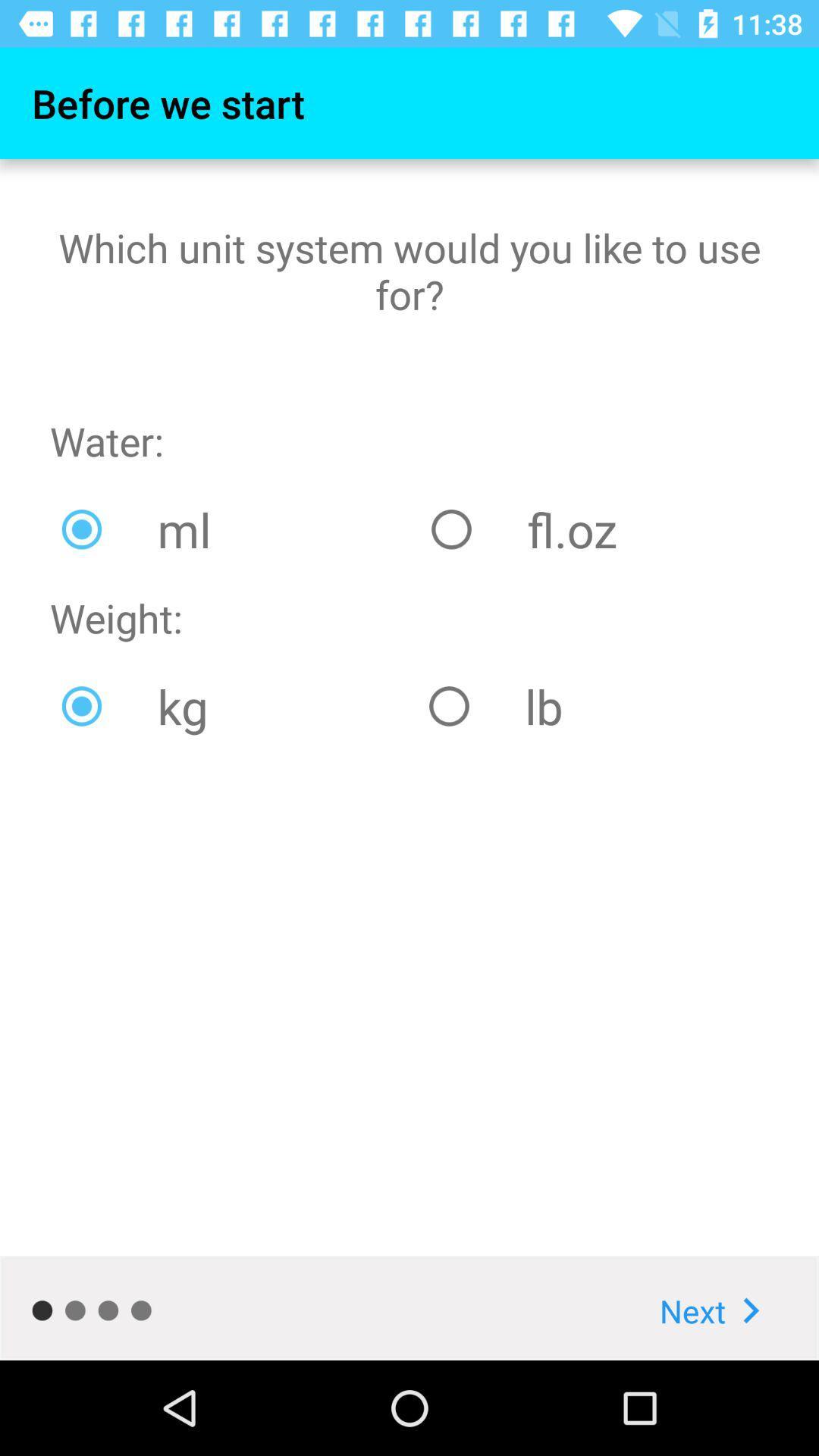  I want to click on ml item, so click(234, 529).